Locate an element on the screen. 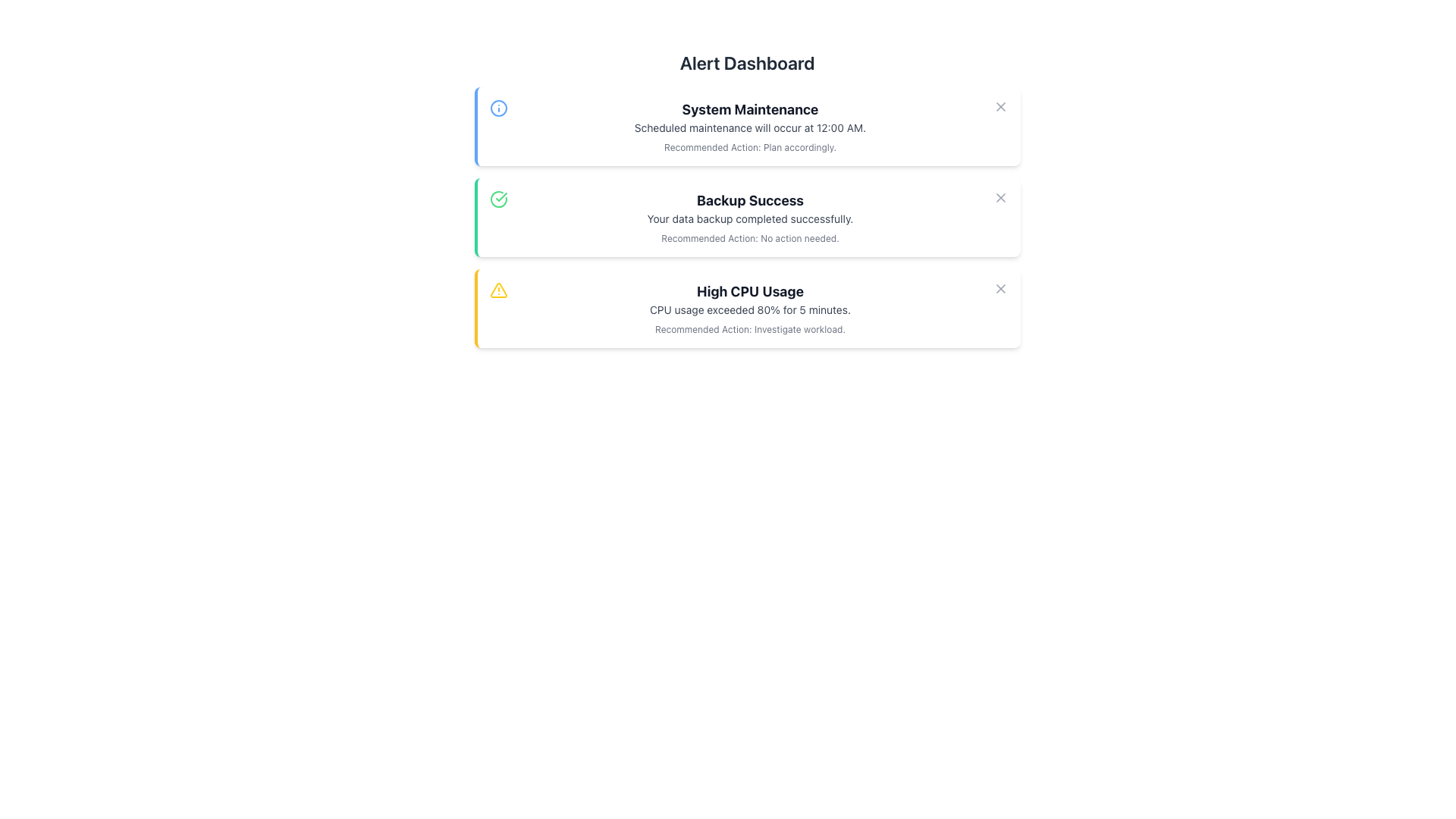 The width and height of the screenshot is (1456, 819). success message on the Notification card located in the Alert Dashboard, which informs users of the successful completion of a backup process is located at coordinates (747, 217).